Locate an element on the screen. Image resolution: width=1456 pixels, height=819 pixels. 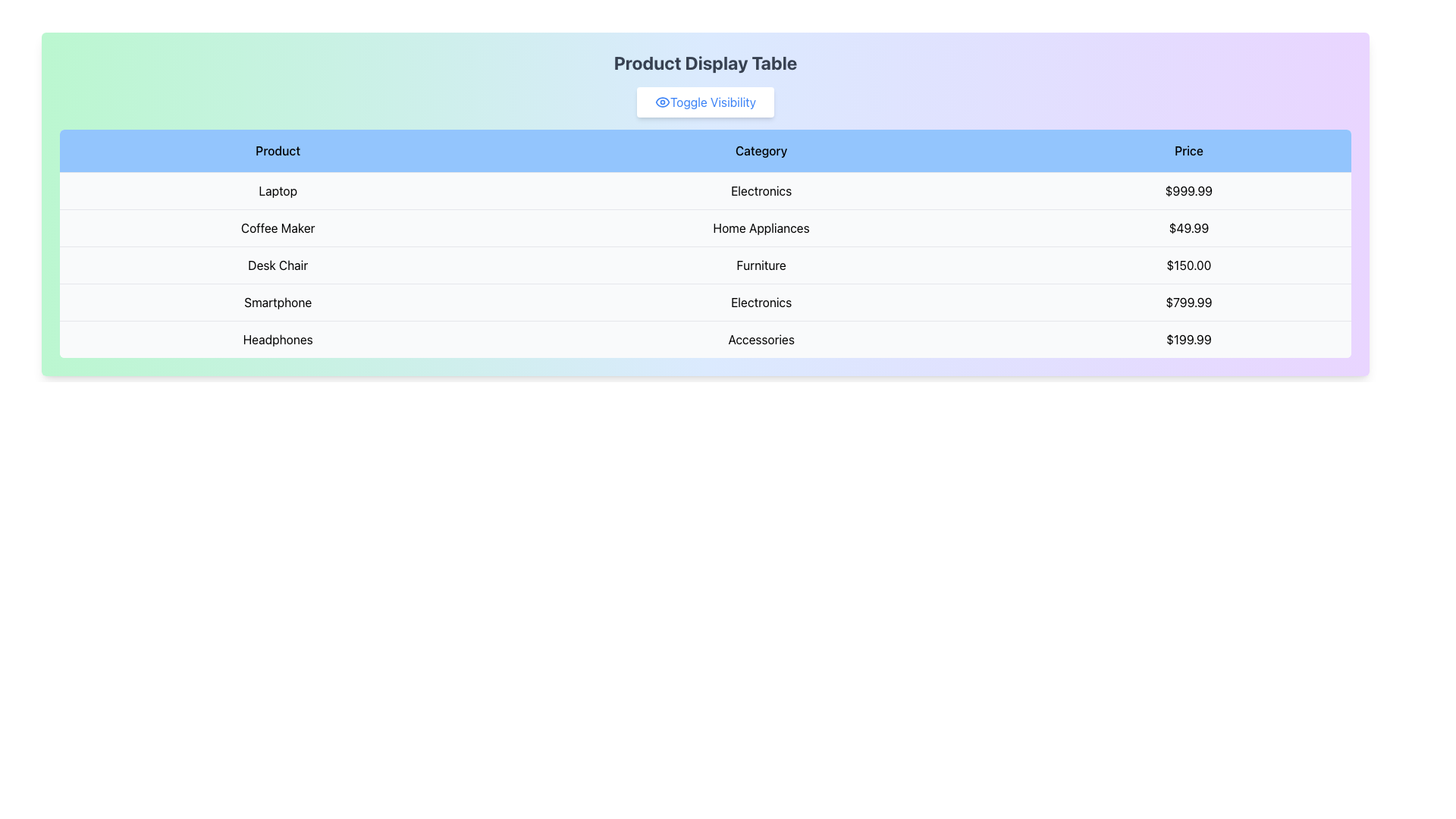
the Text Label that indicates the product category, located in the second column of a structured table layout, positioned between 'Smartphone' and '$799.99' is located at coordinates (761, 302).